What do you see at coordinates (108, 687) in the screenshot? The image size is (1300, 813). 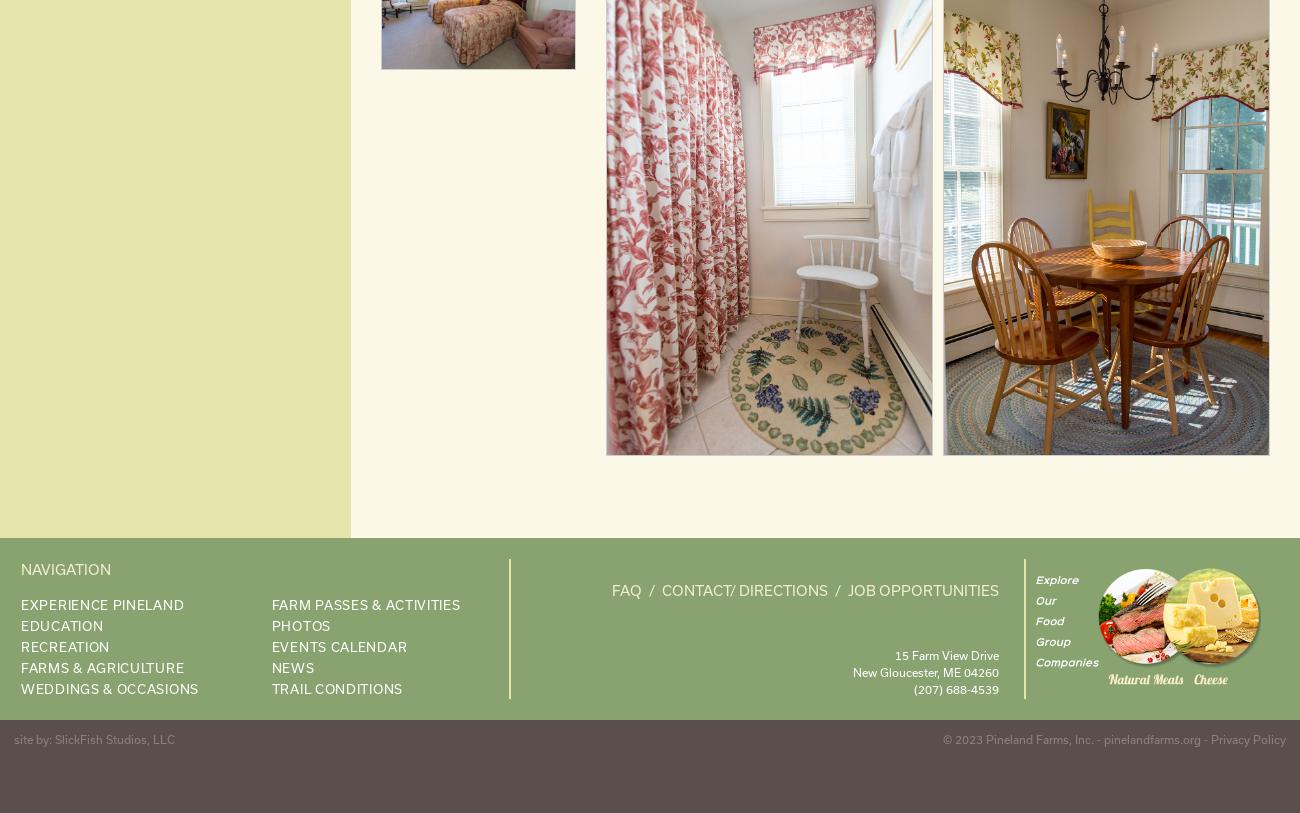 I see `'Weddings & Occasions'` at bounding box center [108, 687].